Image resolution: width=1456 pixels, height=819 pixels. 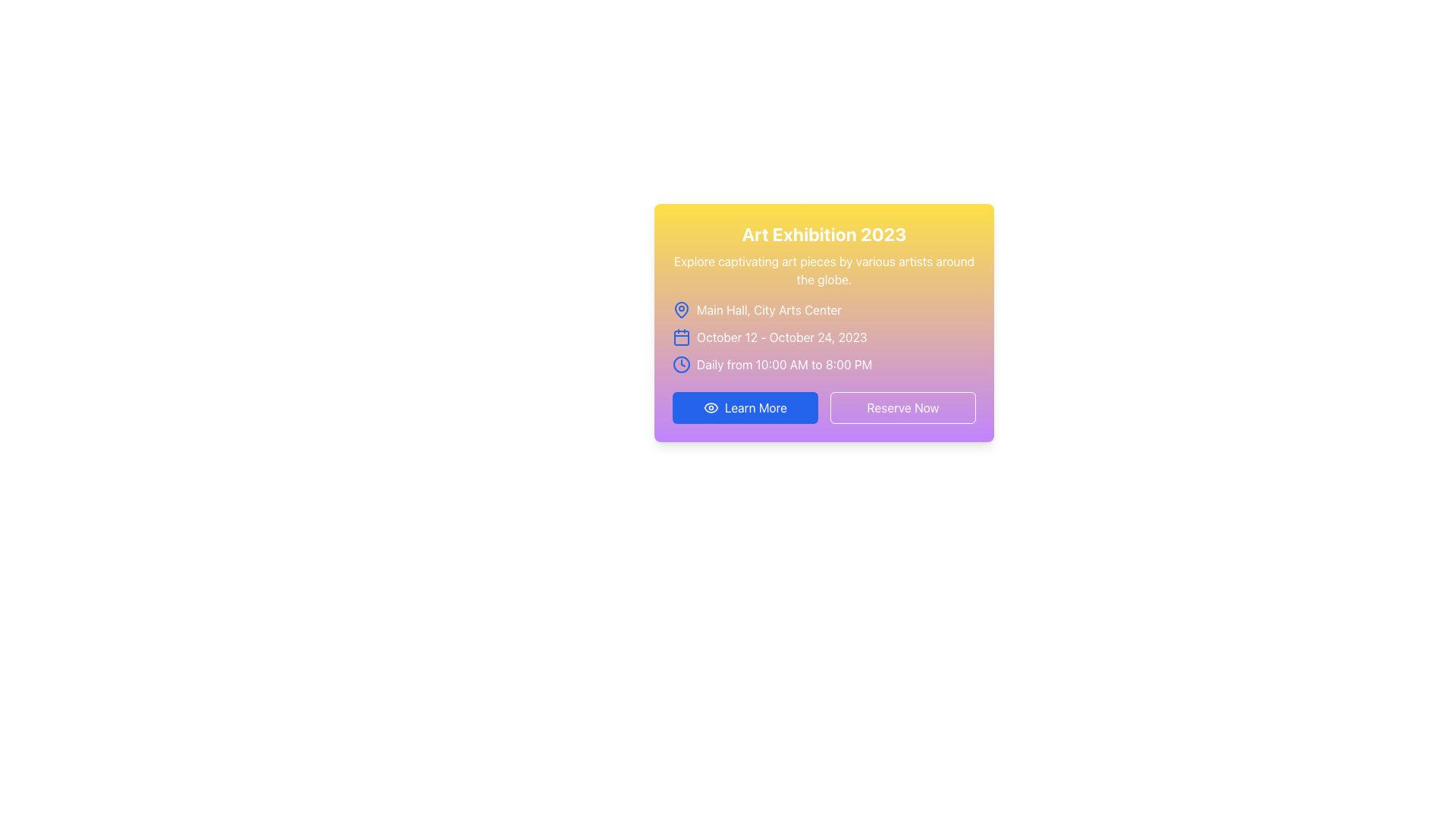 What do you see at coordinates (680, 337) in the screenshot?
I see `the rectangle with rounded corners within the calendar icon, which emphasizes the date field next to the text 'October 12 - October 24, 2023'` at bounding box center [680, 337].